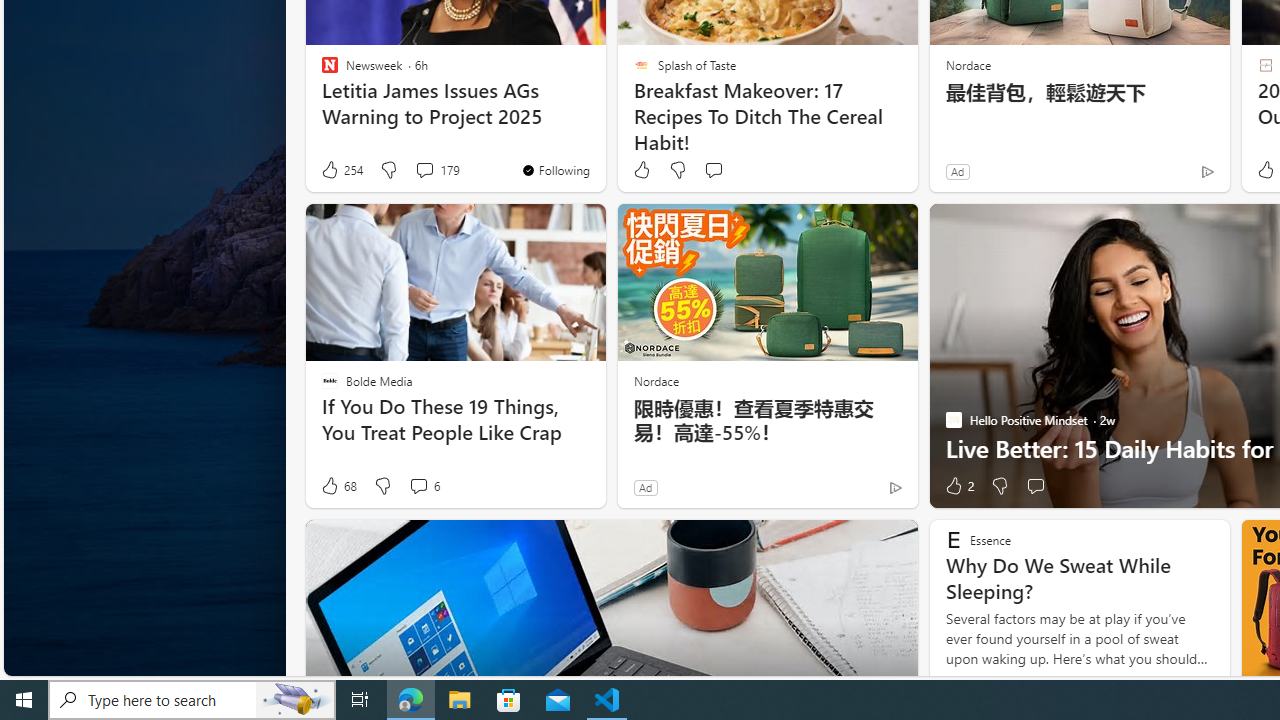 The image size is (1280, 720). Describe the element at coordinates (999, 486) in the screenshot. I see `'Dislike'` at that location.